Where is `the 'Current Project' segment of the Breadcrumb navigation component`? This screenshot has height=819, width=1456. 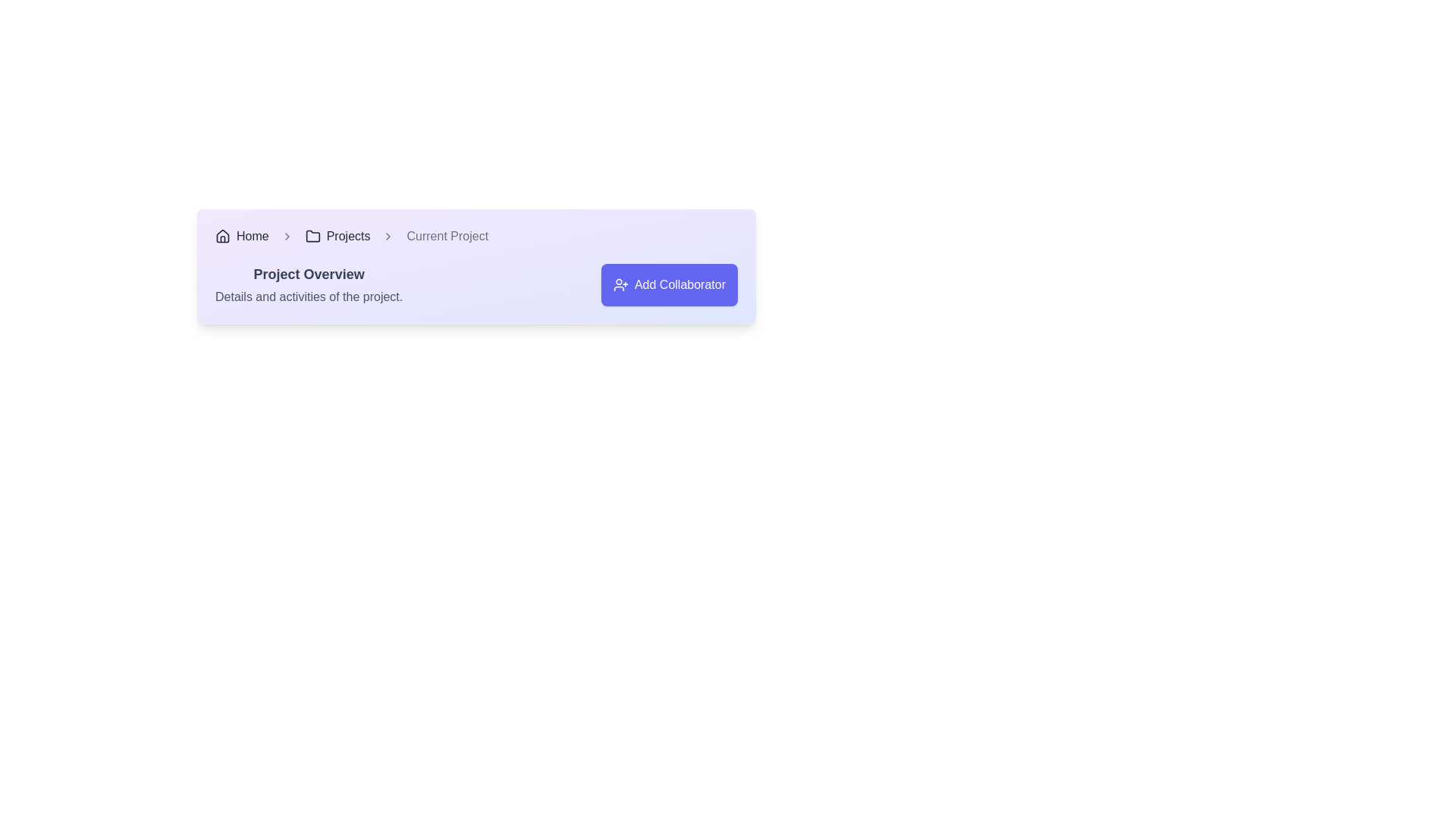 the 'Current Project' segment of the Breadcrumb navigation component is located at coordinates (475, 237).